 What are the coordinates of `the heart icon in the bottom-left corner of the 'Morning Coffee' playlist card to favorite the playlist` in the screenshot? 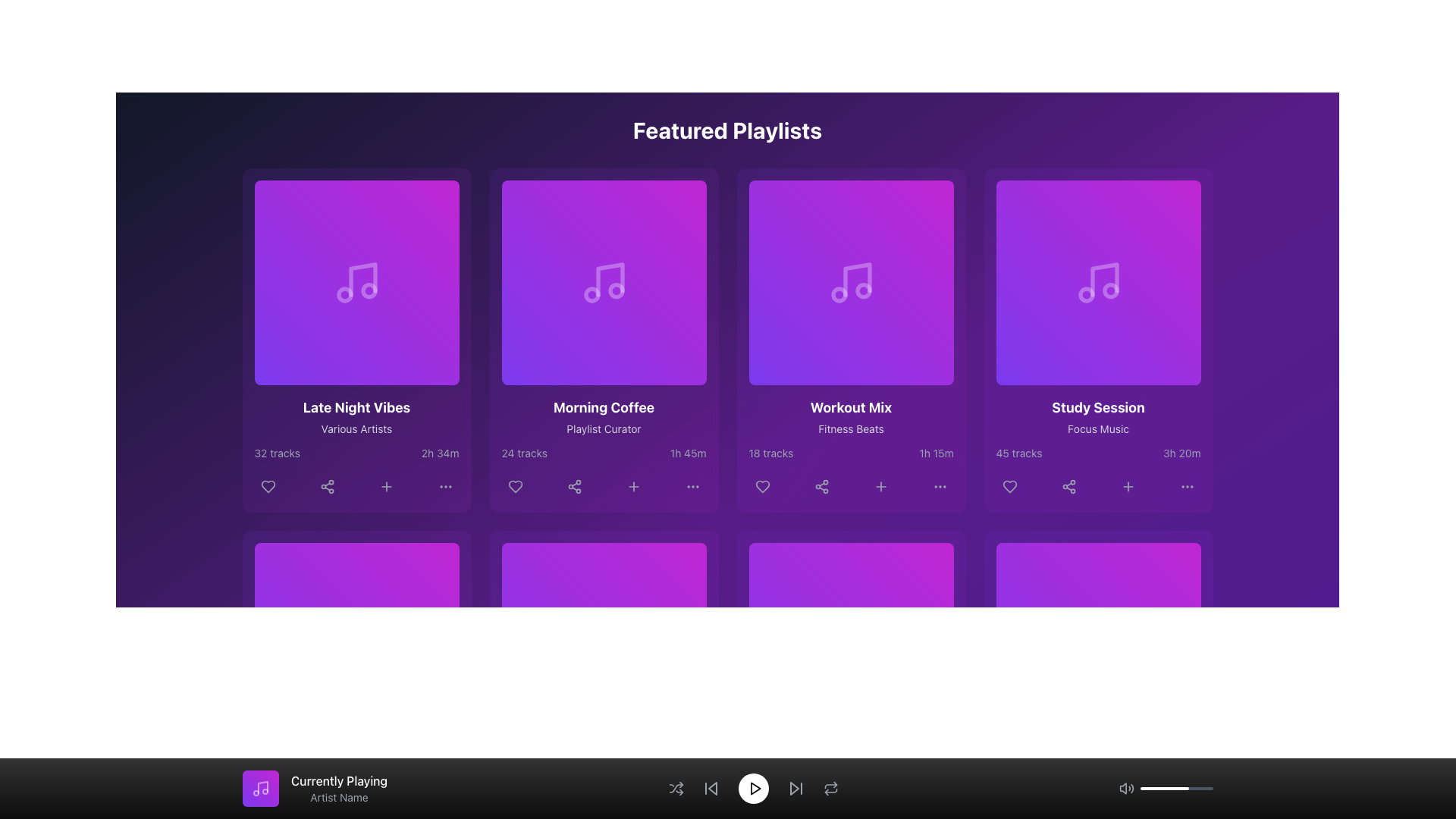 It's located at (515, 486).